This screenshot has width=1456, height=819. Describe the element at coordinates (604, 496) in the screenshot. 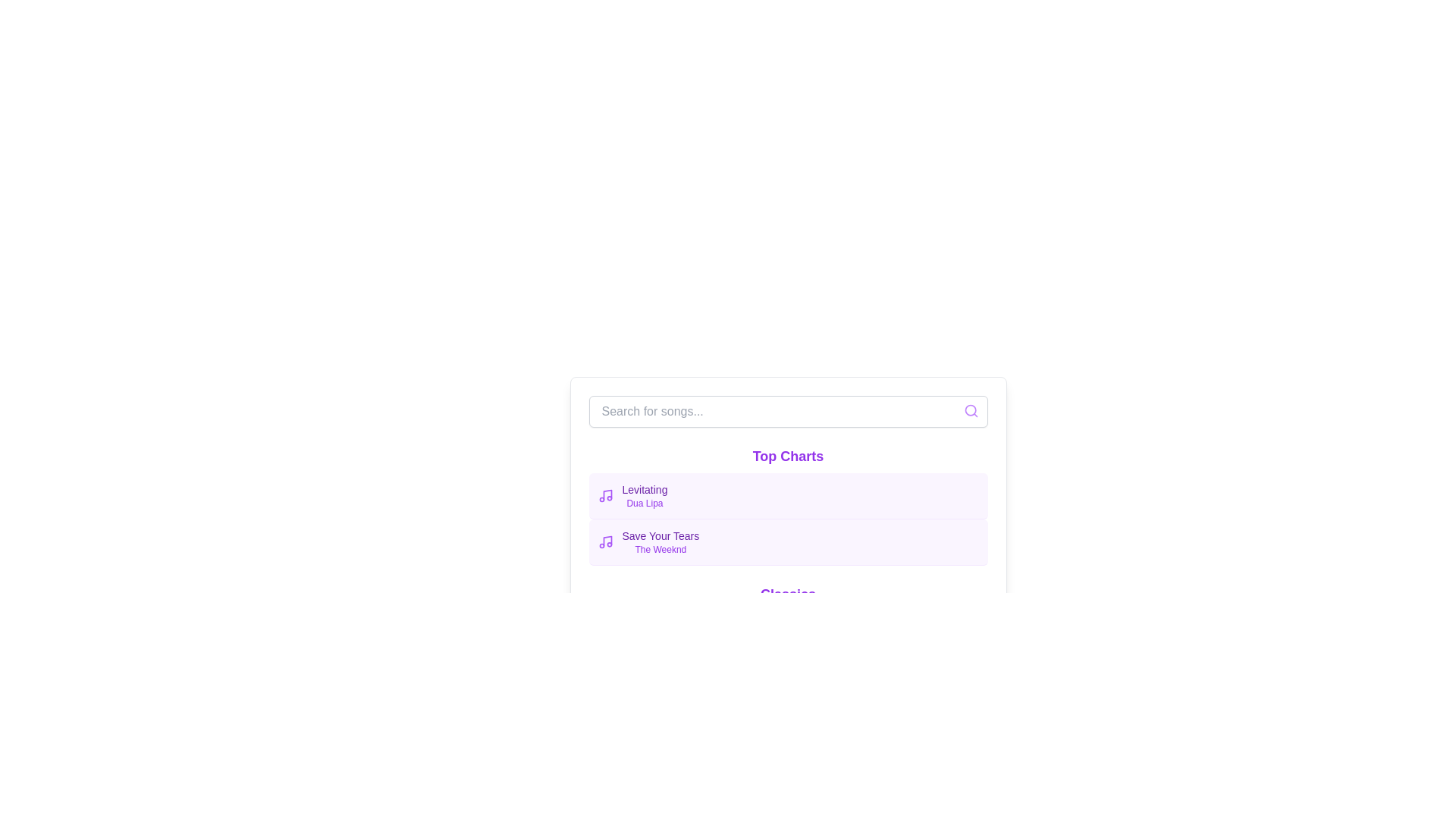

I see `the music icon representing the song 'Levitating' by Dua Lipa, which is located in the 'Top Charts' section and is positioned to the left of the text` at that location.